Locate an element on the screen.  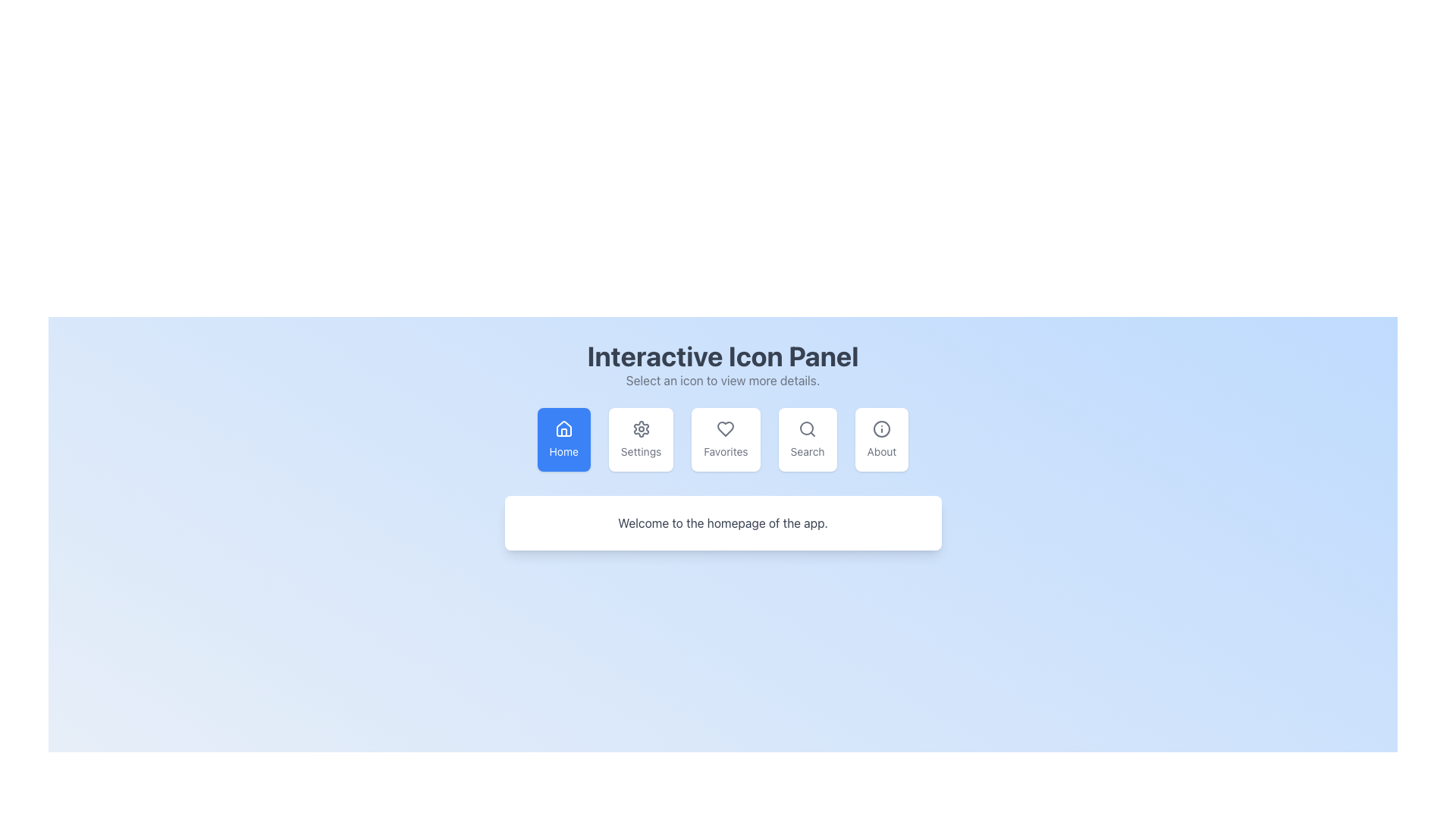
the 'About' button, which is a rectangular button with a light white background and gray text, positioned as the fifth button in a horizontal row of icons is located at coordinates (881, 439).